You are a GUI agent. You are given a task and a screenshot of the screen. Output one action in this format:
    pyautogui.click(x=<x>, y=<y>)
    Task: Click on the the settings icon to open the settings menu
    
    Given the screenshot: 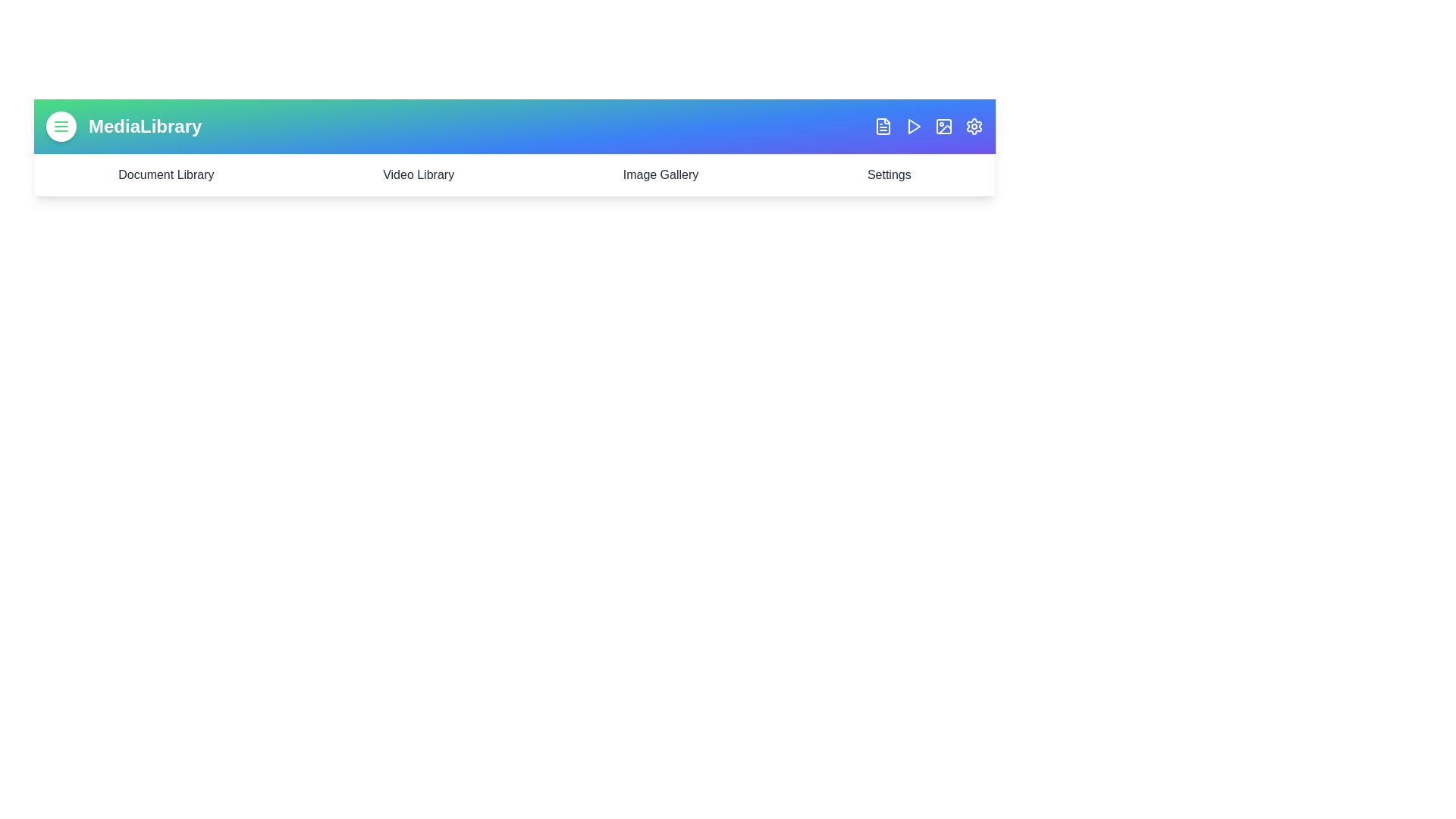 What is the action you would take?
    pyautogui.click(x=974, y=125)
    